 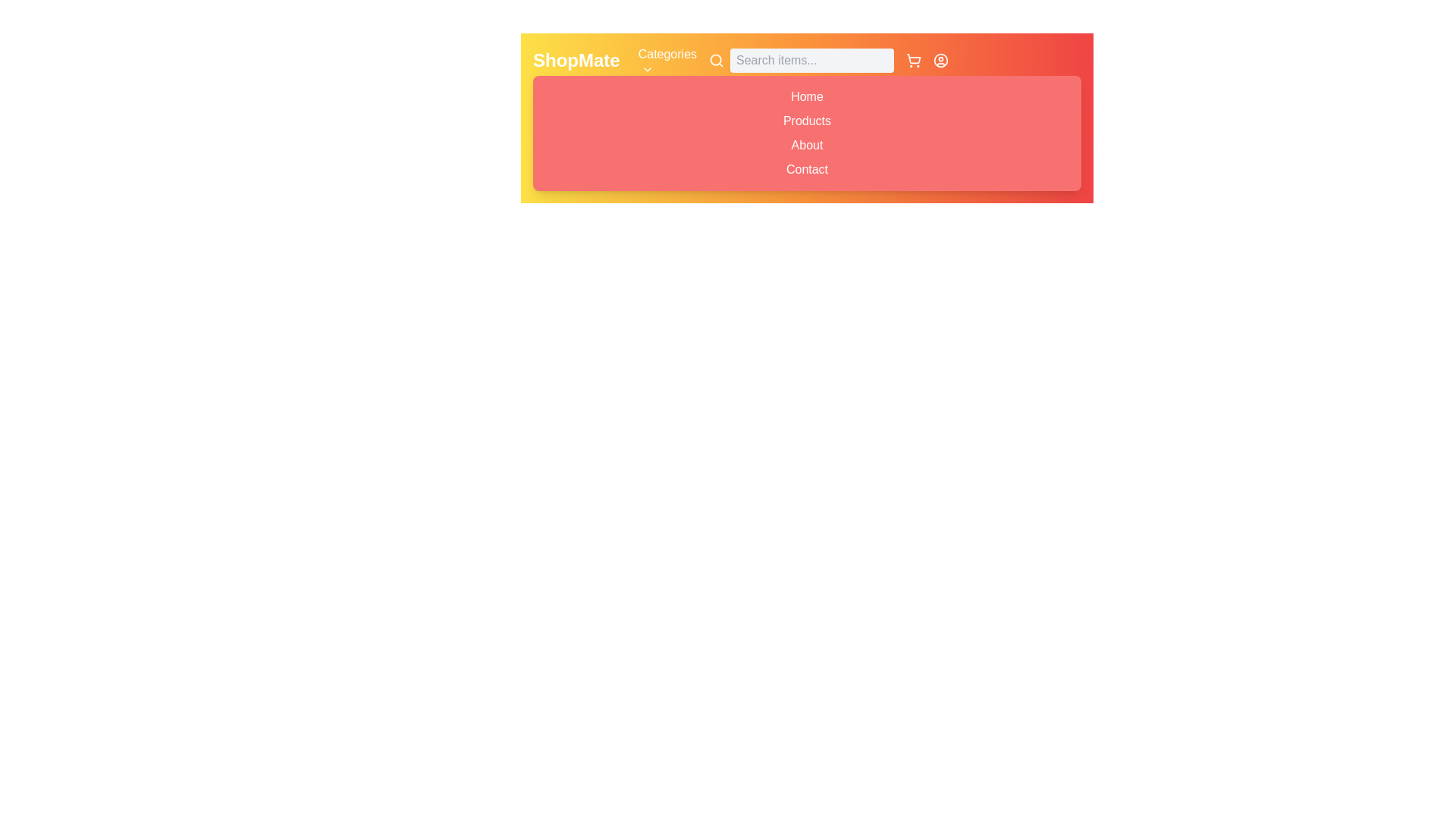 I want to click on the small, downward-pointing arrow icon located next to the 'Categories' text in the navigation bar, which is styled with a minimalist design and is likely associated with dropdown functionality, so click(x=647, y=70).